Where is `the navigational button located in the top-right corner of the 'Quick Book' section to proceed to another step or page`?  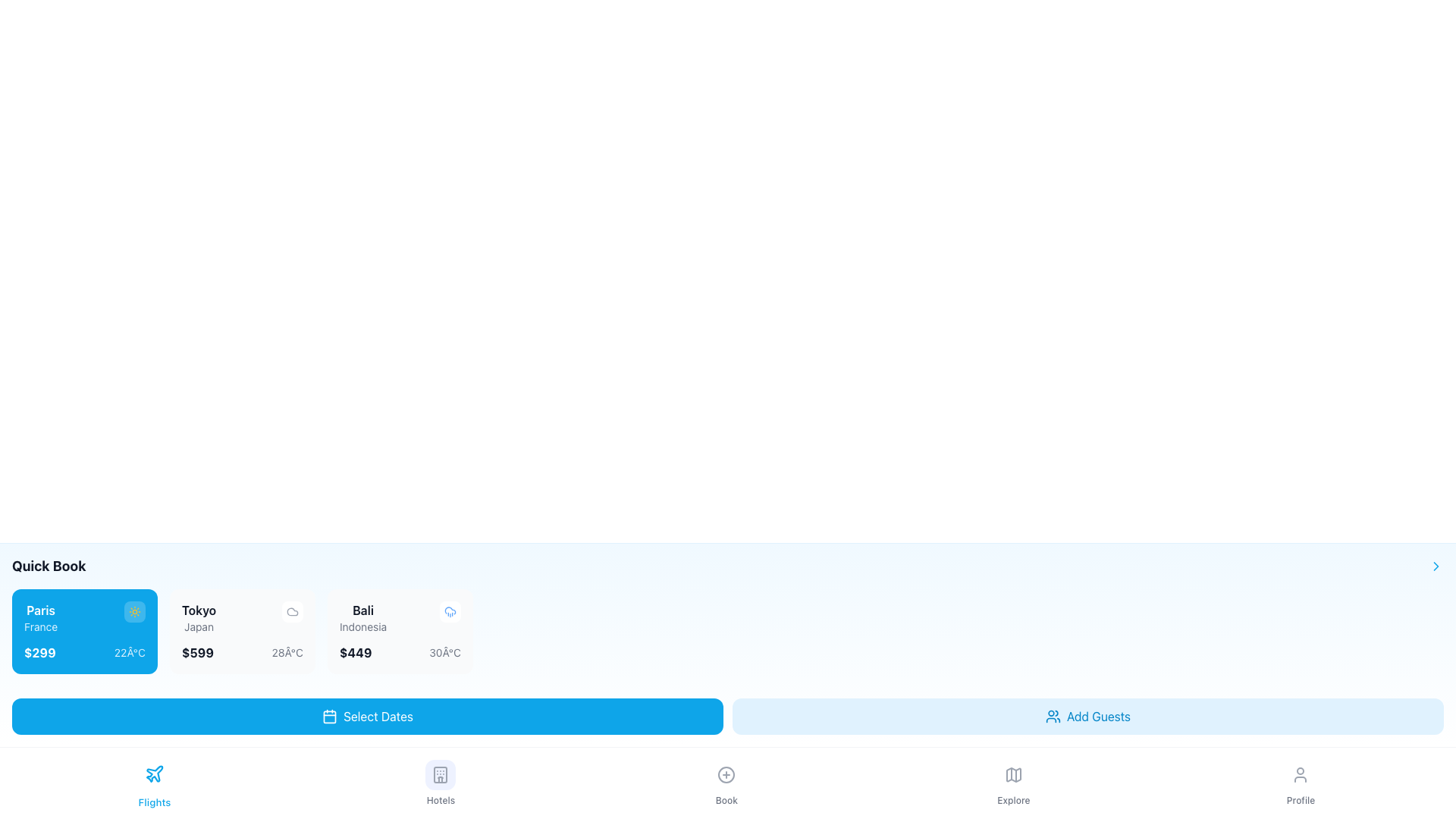
the navigational button located in the top-right corner of the 'Quick Book' section to proceed to another step or page is located at coordinates (1436, 566).